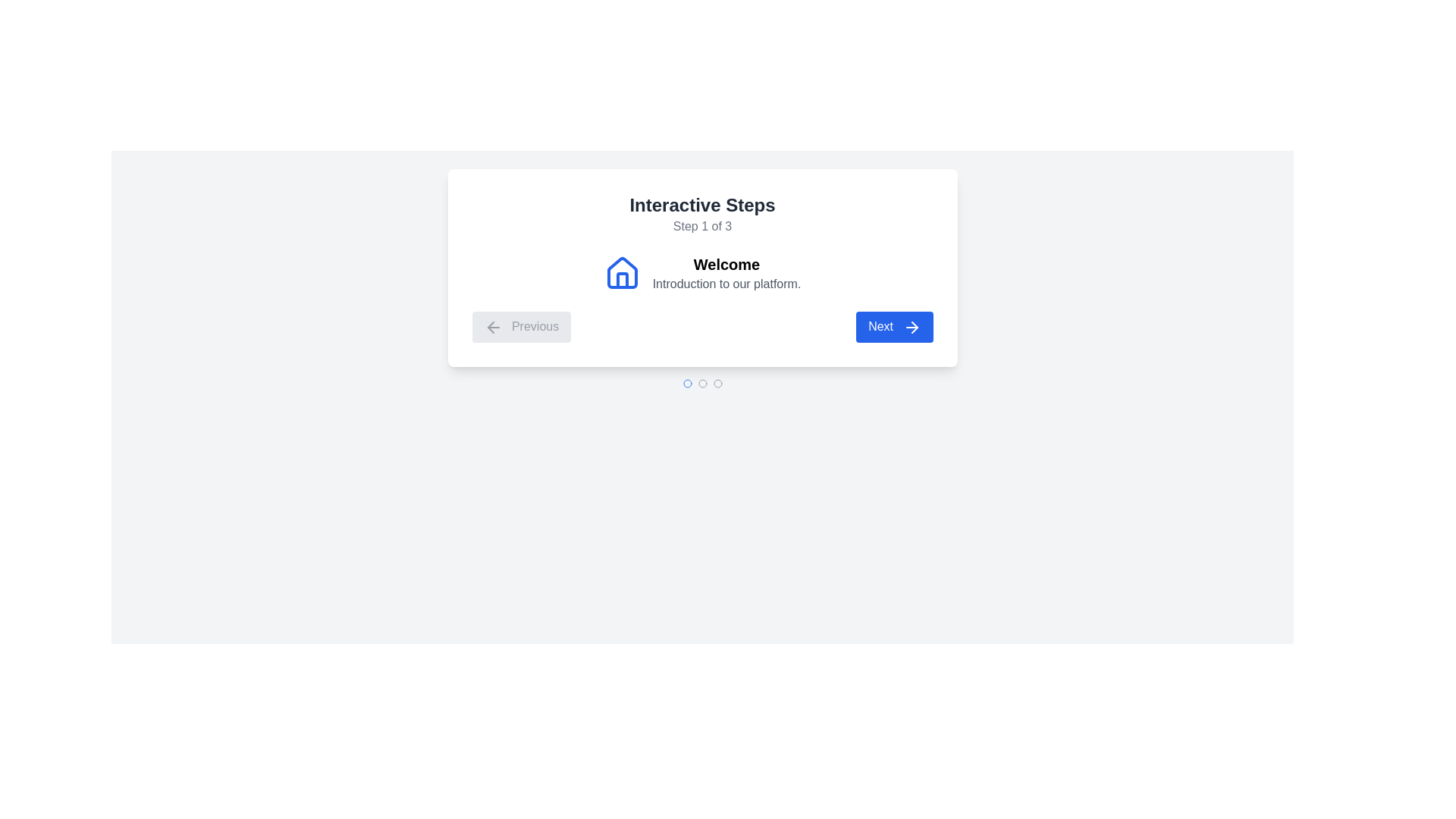 The image size is (1456, 819). Describe the element at coordinates (894, 326) in the screenshot. I see `the 'Proceed' button located at the bottom-right section of the interface` at that location.